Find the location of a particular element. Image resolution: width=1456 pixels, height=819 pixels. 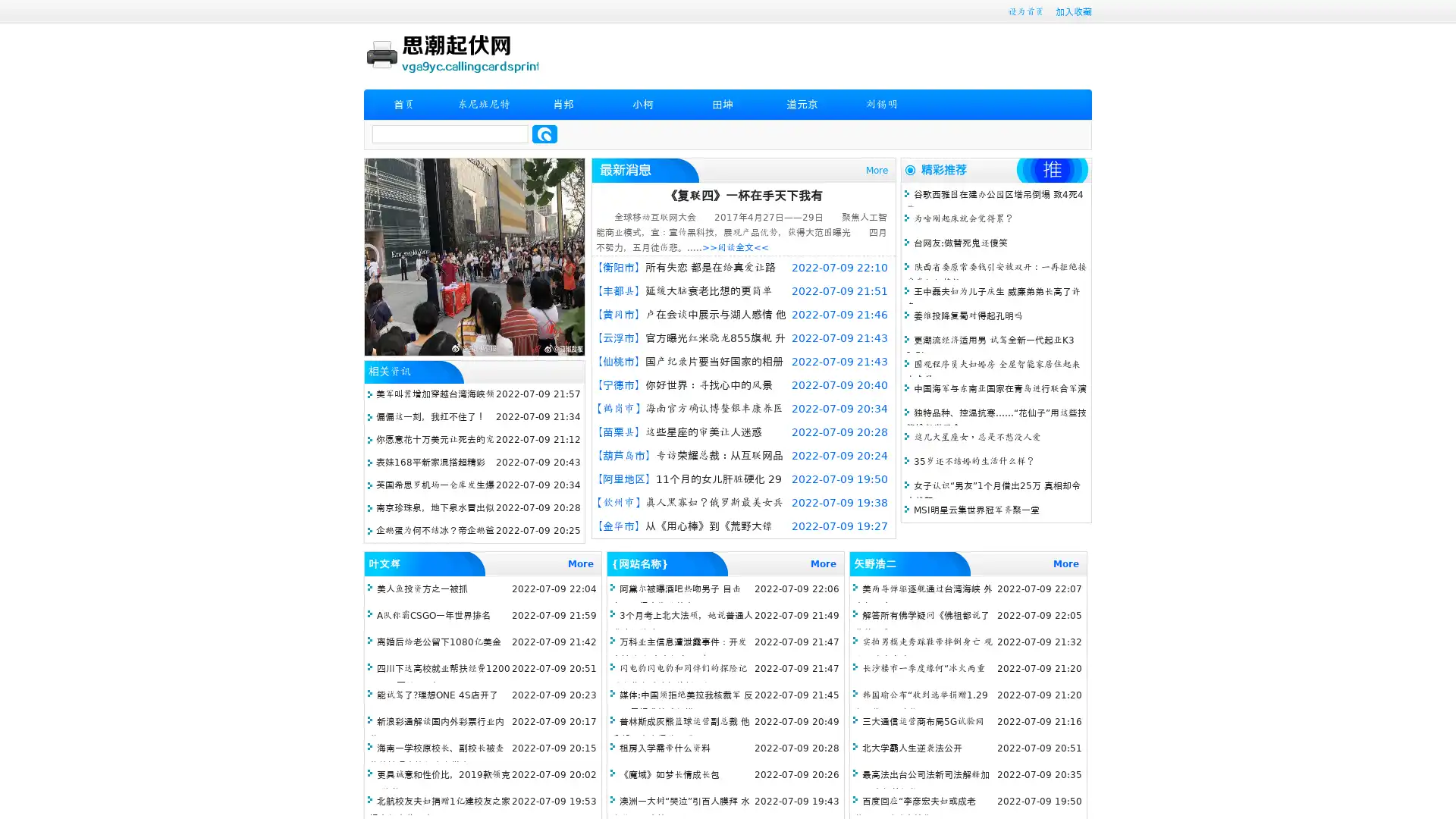

Search is located at coordinates (544, 133).